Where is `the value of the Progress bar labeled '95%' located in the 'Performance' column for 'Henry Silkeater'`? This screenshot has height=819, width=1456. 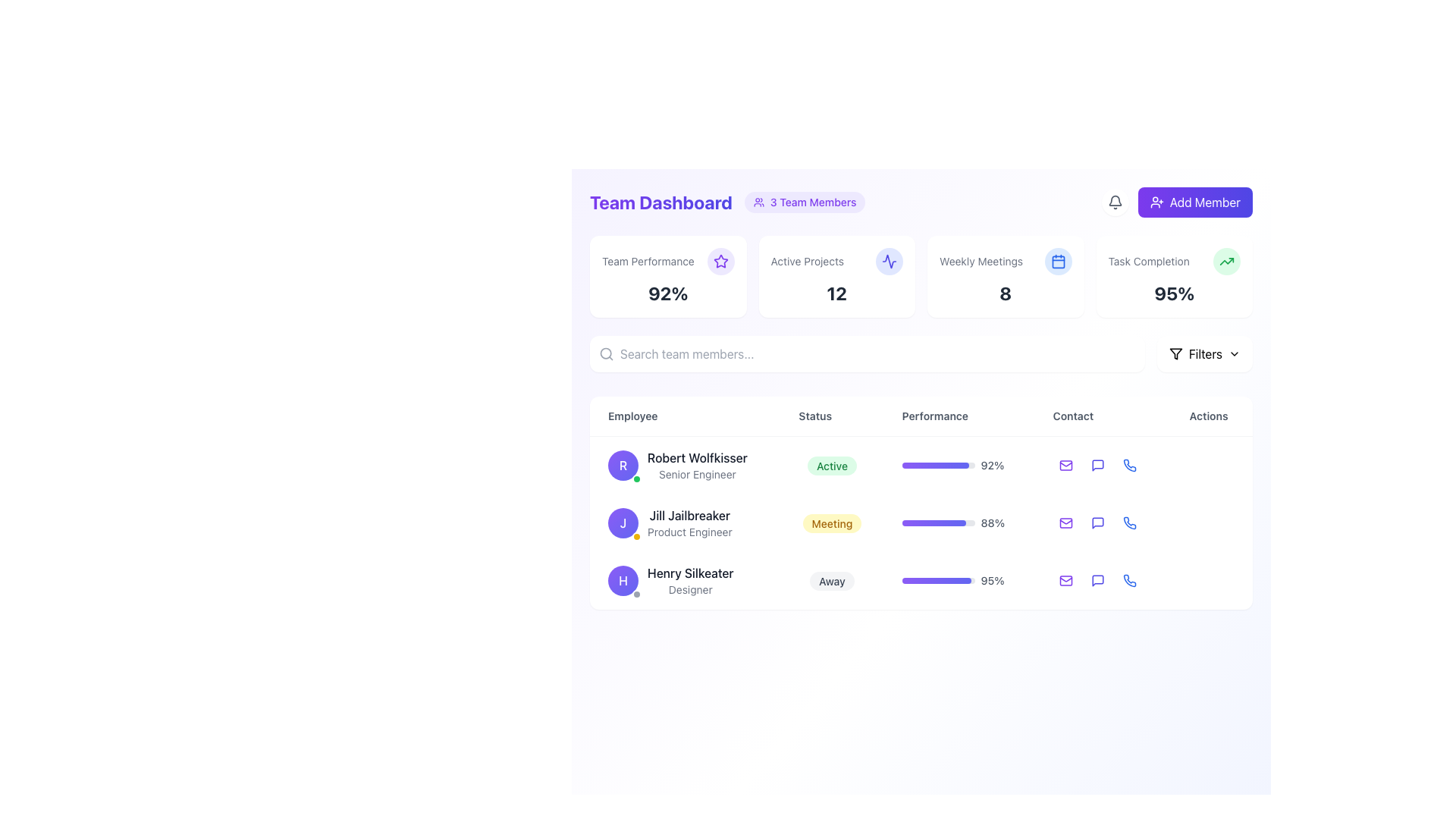 the value of the Progress bar labeled '95%' located in the 'Performance' column for 'Henry Silkeater' is located at coordinates (959, 580).